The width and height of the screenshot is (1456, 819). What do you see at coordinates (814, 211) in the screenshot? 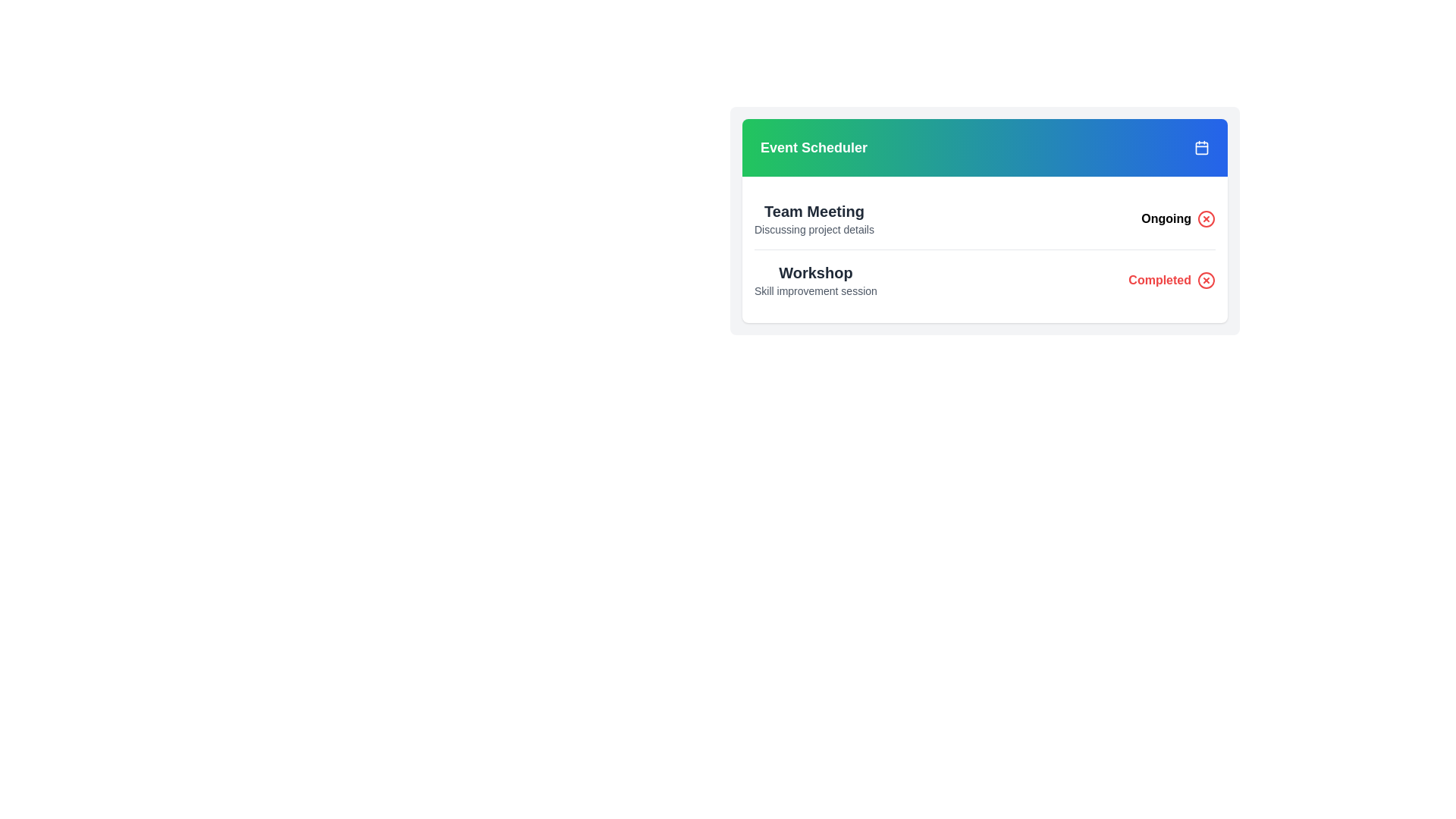
I see `the text element displaying 'Team Meeting' in bold, large dark gray font, located above the description text 'Discussing project details' in the event scheduler list` at bounding box center [814, 211].